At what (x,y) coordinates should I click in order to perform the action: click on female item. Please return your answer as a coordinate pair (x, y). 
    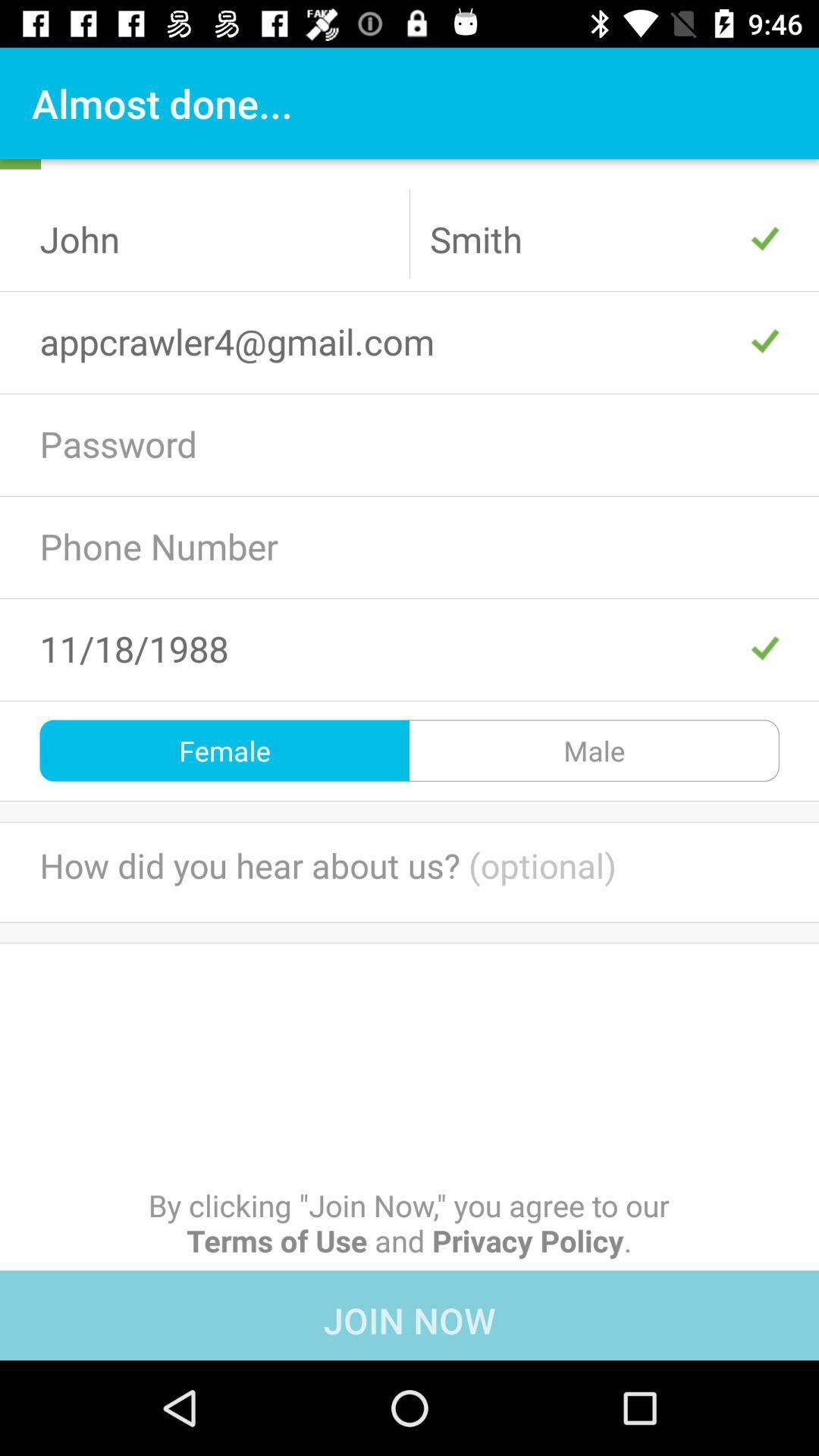
    Looking at the image, I should click on (224, 750).